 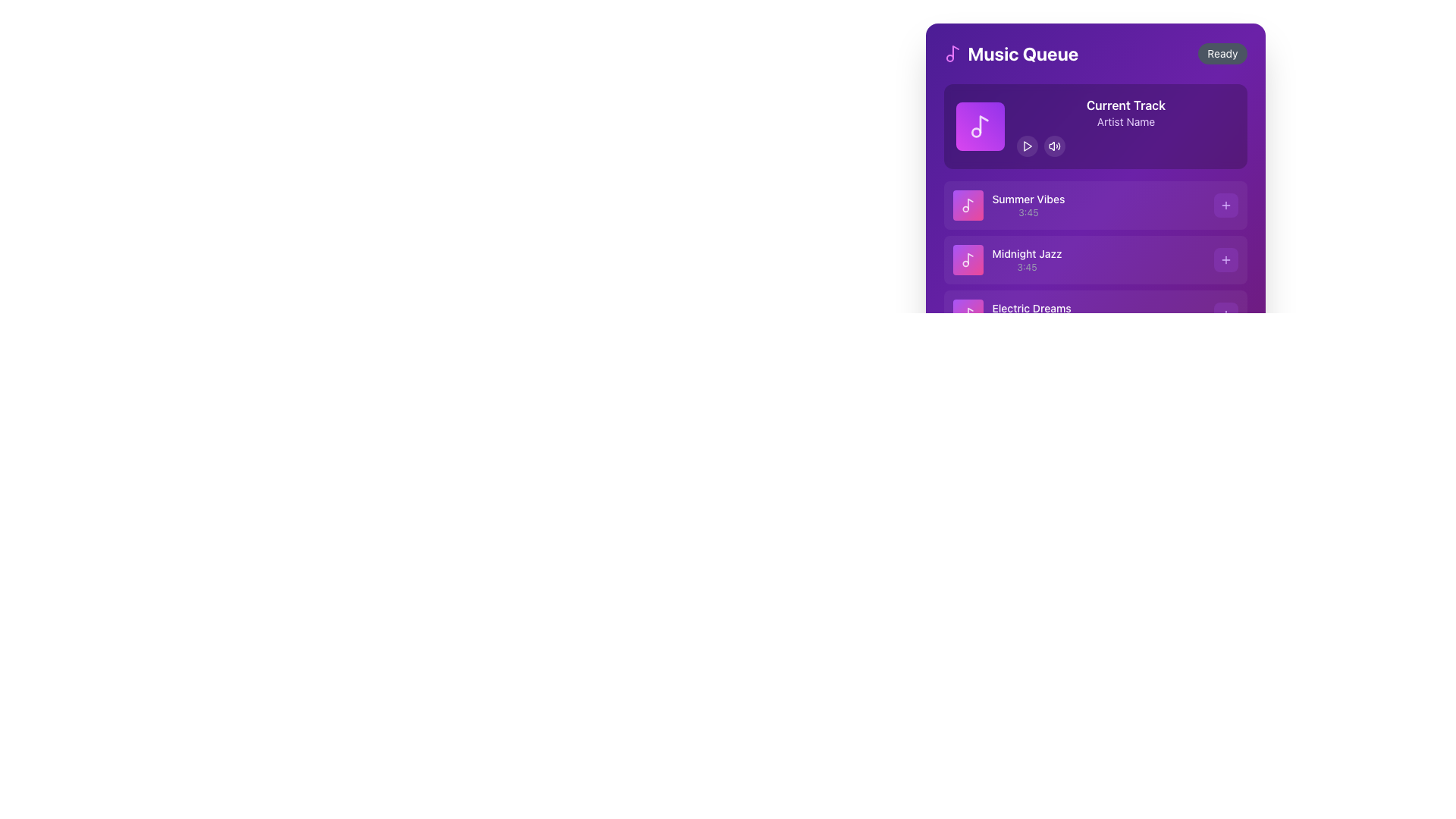 I want to click on the music track icon located in the second row of the 'Music Queue' section, which is visually represented by a gradient-colored circular background transitioning from purple to pink, so click(x=967, y=259).